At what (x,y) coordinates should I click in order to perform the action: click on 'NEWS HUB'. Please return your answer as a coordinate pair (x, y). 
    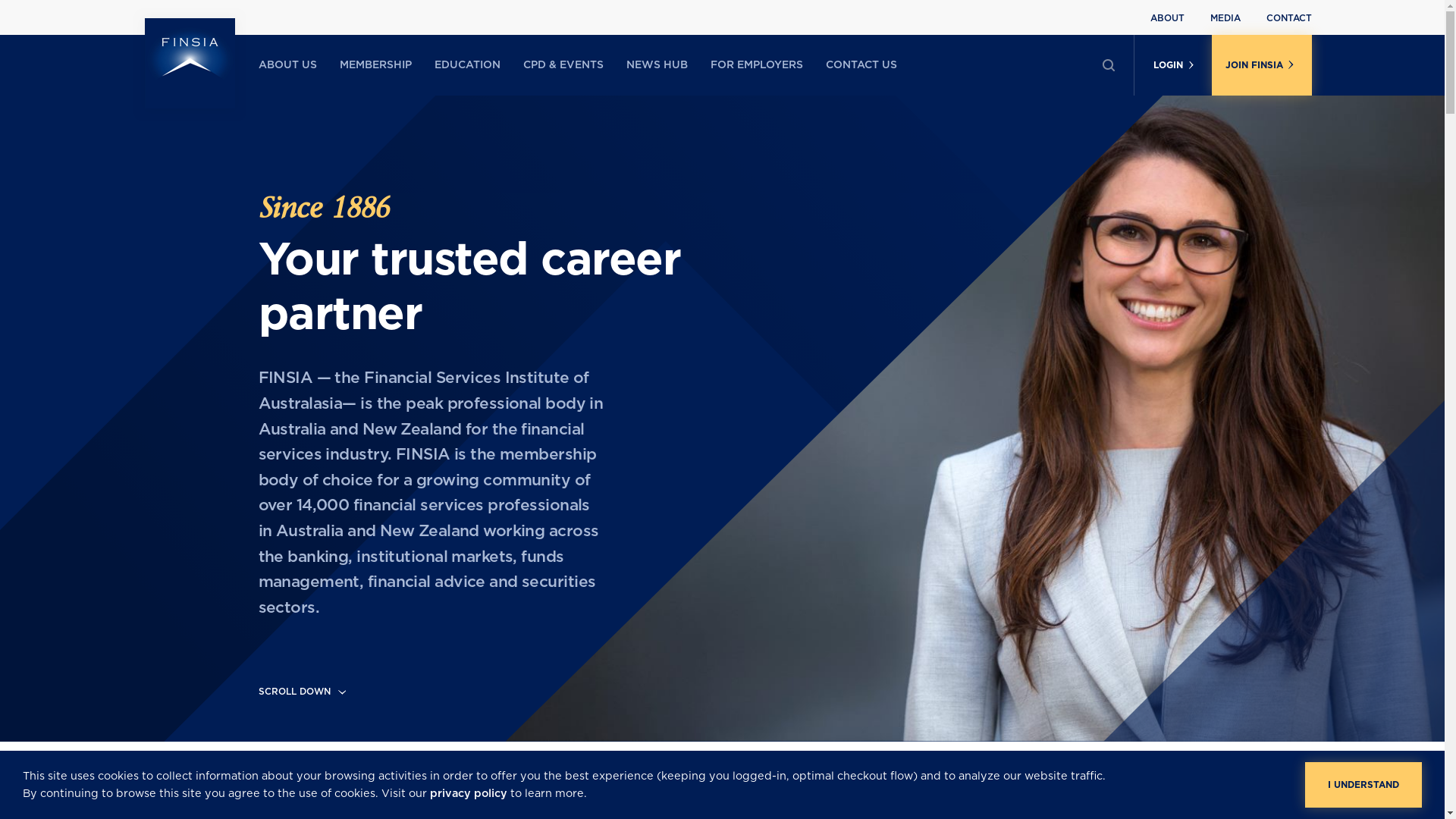
    Looking at the image, I should click on (657, 64).